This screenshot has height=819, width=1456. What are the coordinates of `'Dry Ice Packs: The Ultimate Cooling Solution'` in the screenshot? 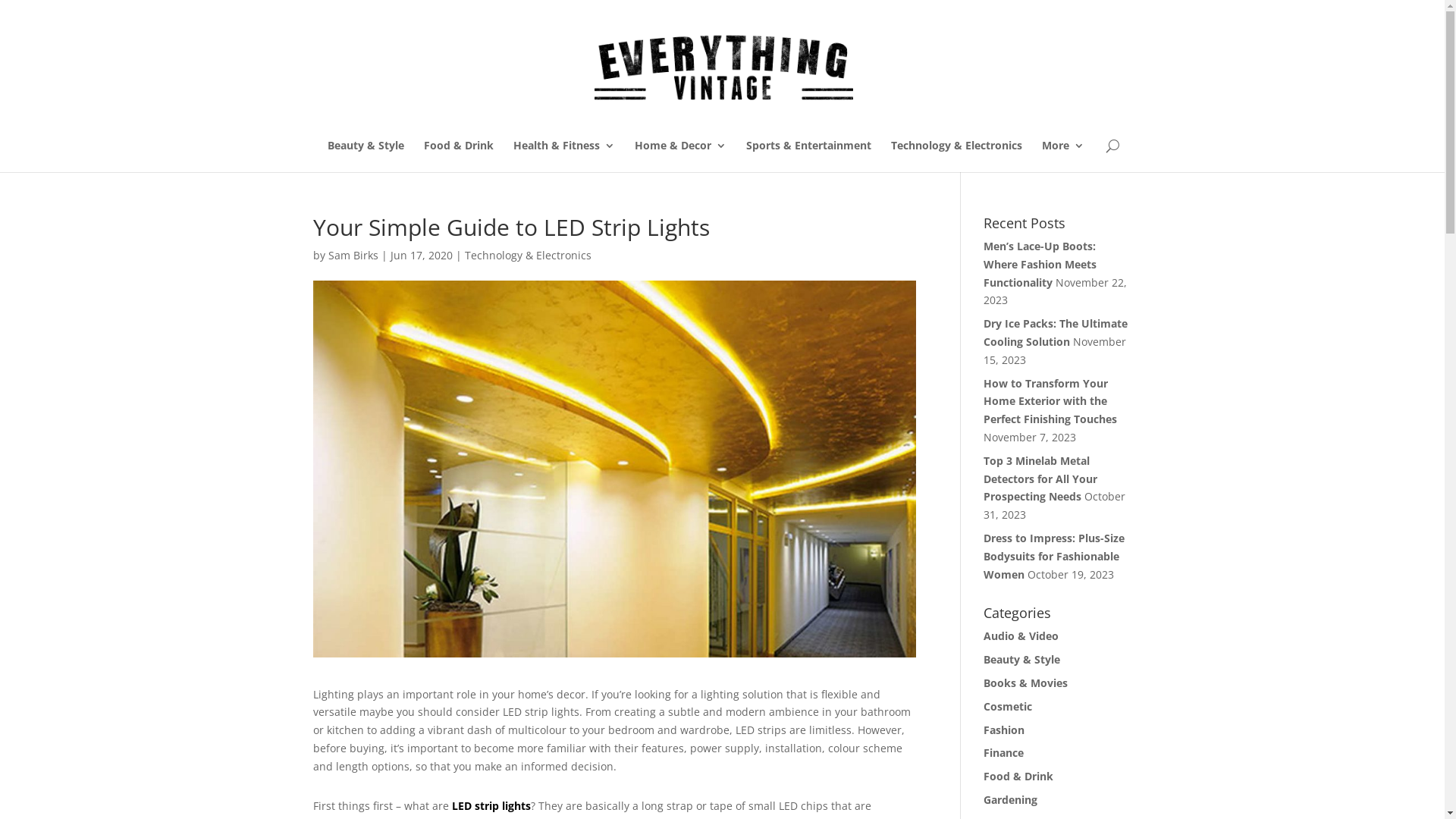 It's located at (1055, 331).